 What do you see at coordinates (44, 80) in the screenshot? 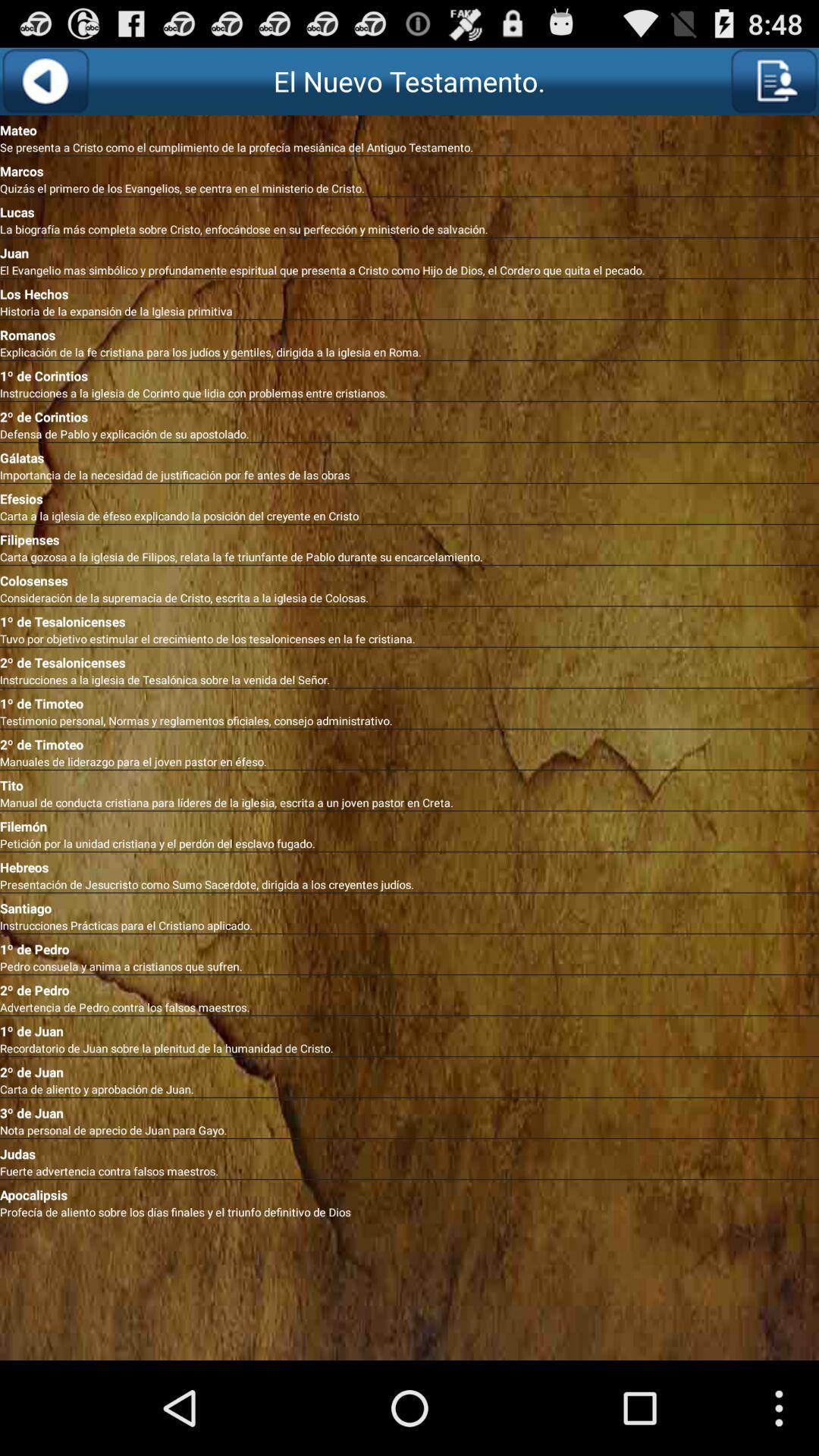
I see `the app to the left of el nuevo testamento. icon` at bounding box center [44, 80].